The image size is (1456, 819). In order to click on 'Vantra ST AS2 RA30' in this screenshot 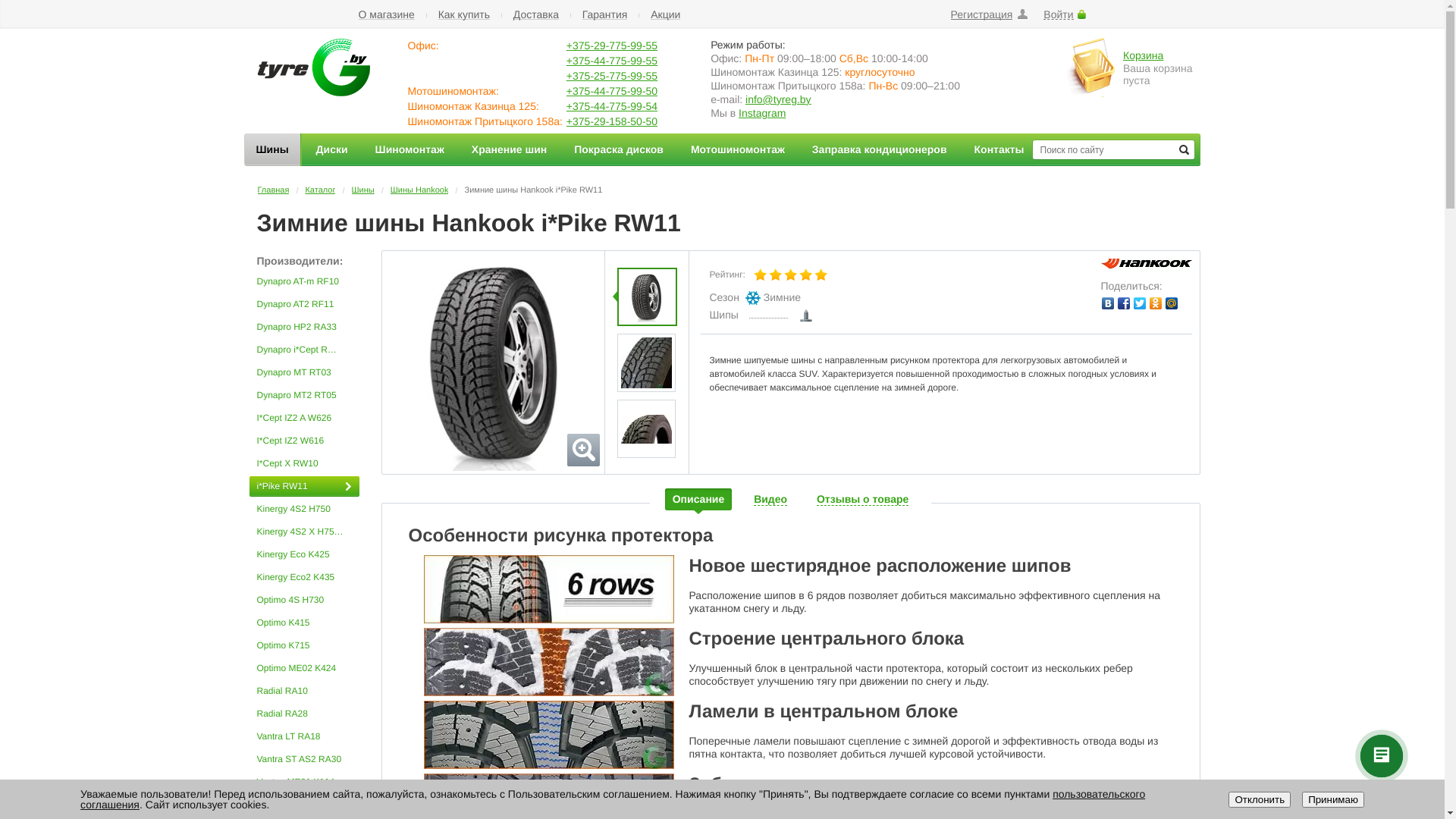, I will do `click(248, 759)`.